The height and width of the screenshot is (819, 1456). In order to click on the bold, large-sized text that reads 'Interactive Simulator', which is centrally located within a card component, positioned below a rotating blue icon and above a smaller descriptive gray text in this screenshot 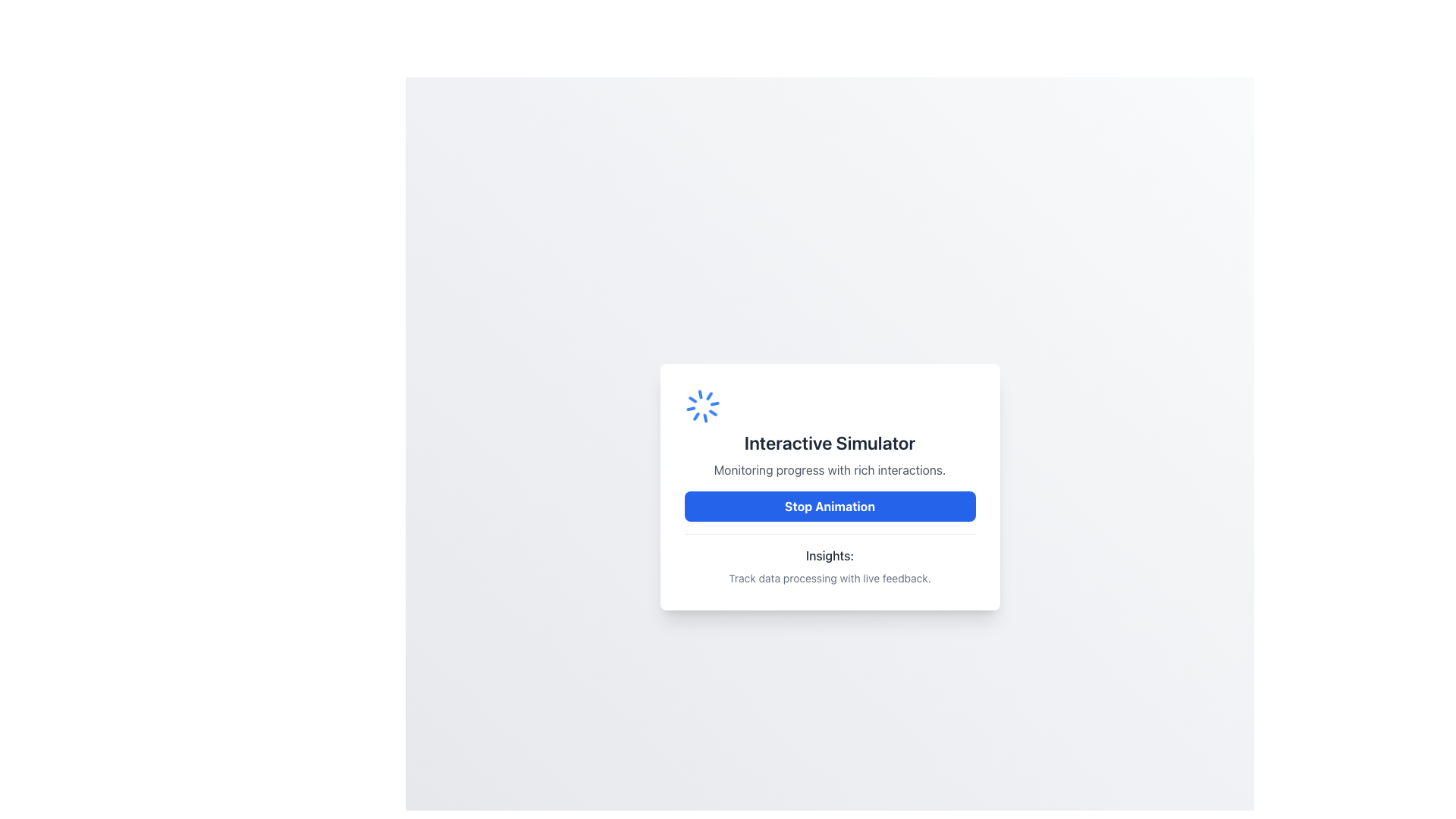, I will do `click(829, 442)`.